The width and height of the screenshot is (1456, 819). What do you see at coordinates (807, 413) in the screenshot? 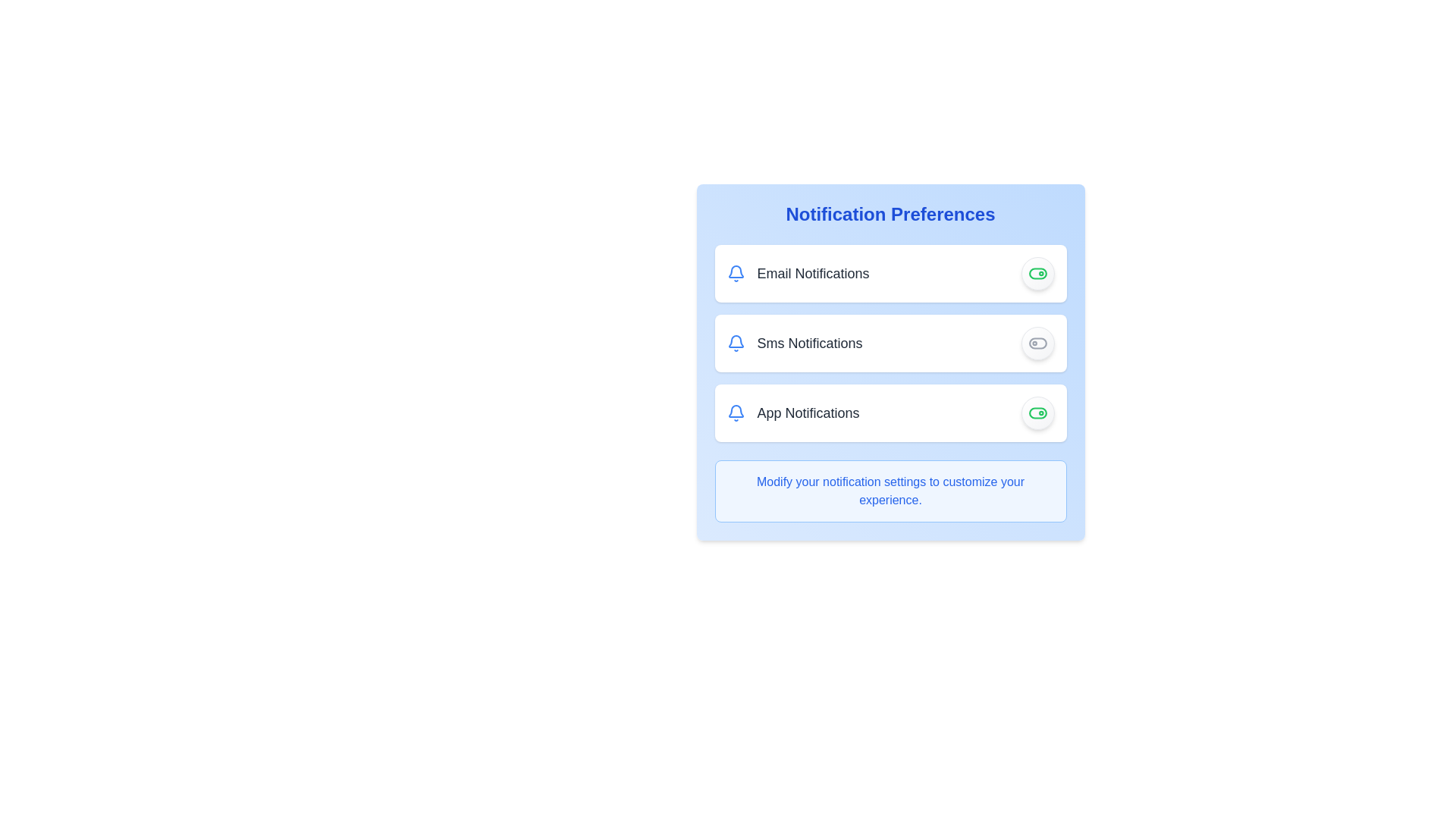
I see `the third label in the notification preferences panel that indicates app-related notifications, positioned below 'Sms Notifications'` at bounding box center [807, 413].